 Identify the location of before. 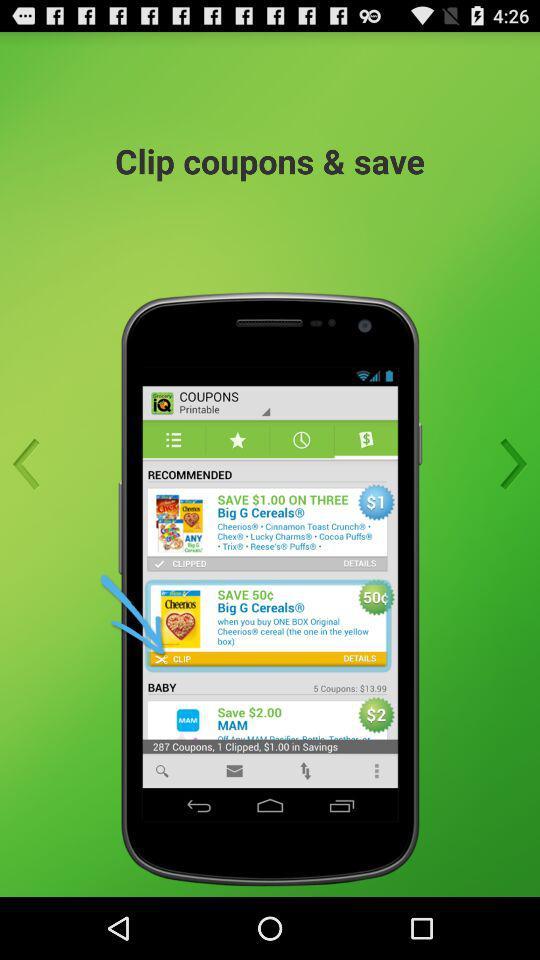
(31, 464).